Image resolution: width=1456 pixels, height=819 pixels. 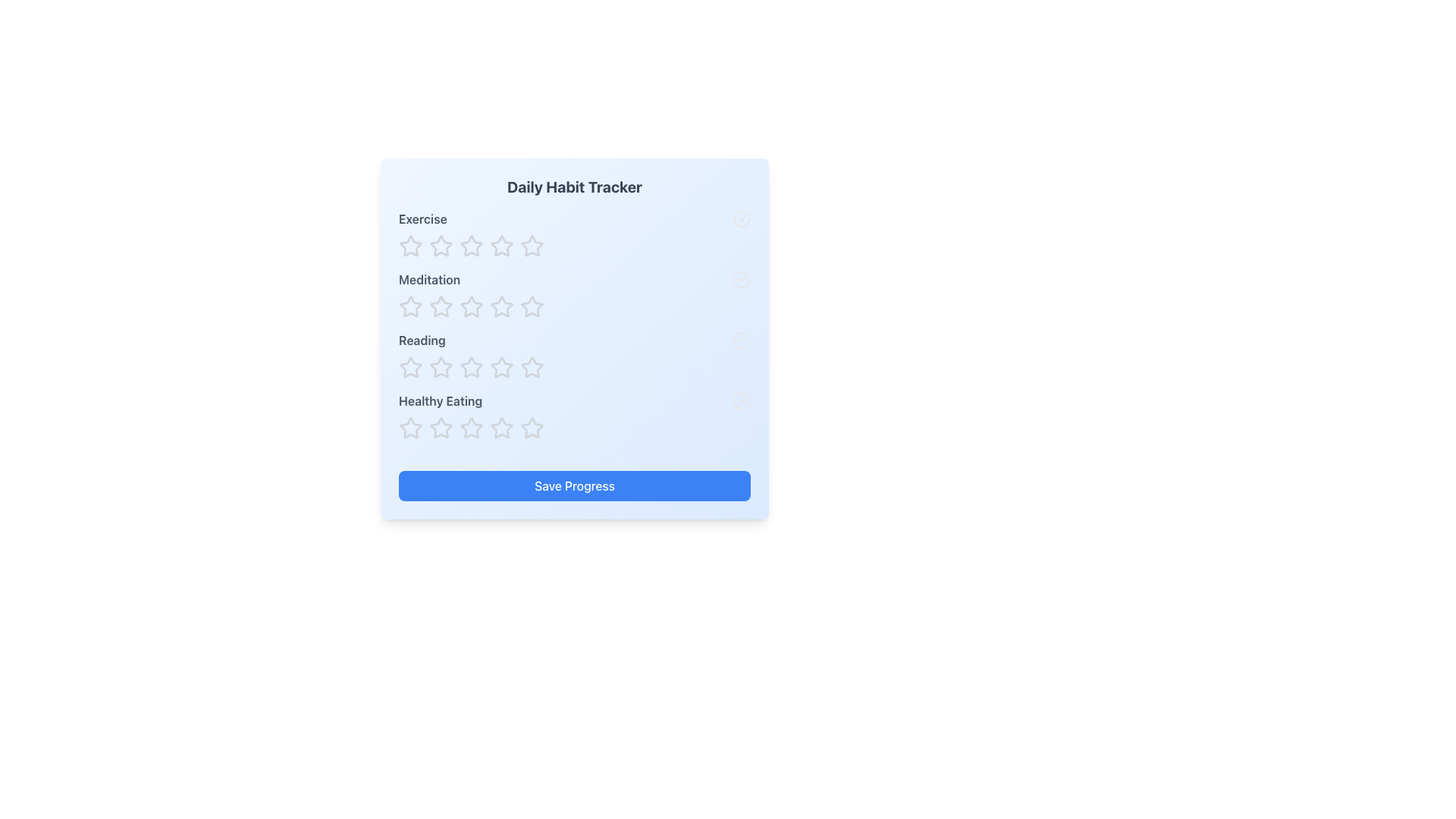 What do you see at coordinates (411, 368) in the screenshot?
I see `the first hollow star icon in the rating system under the 'Reading' label in the 'Daily Habit Tracker' interface to set a score` at bounding box center [411, 368].